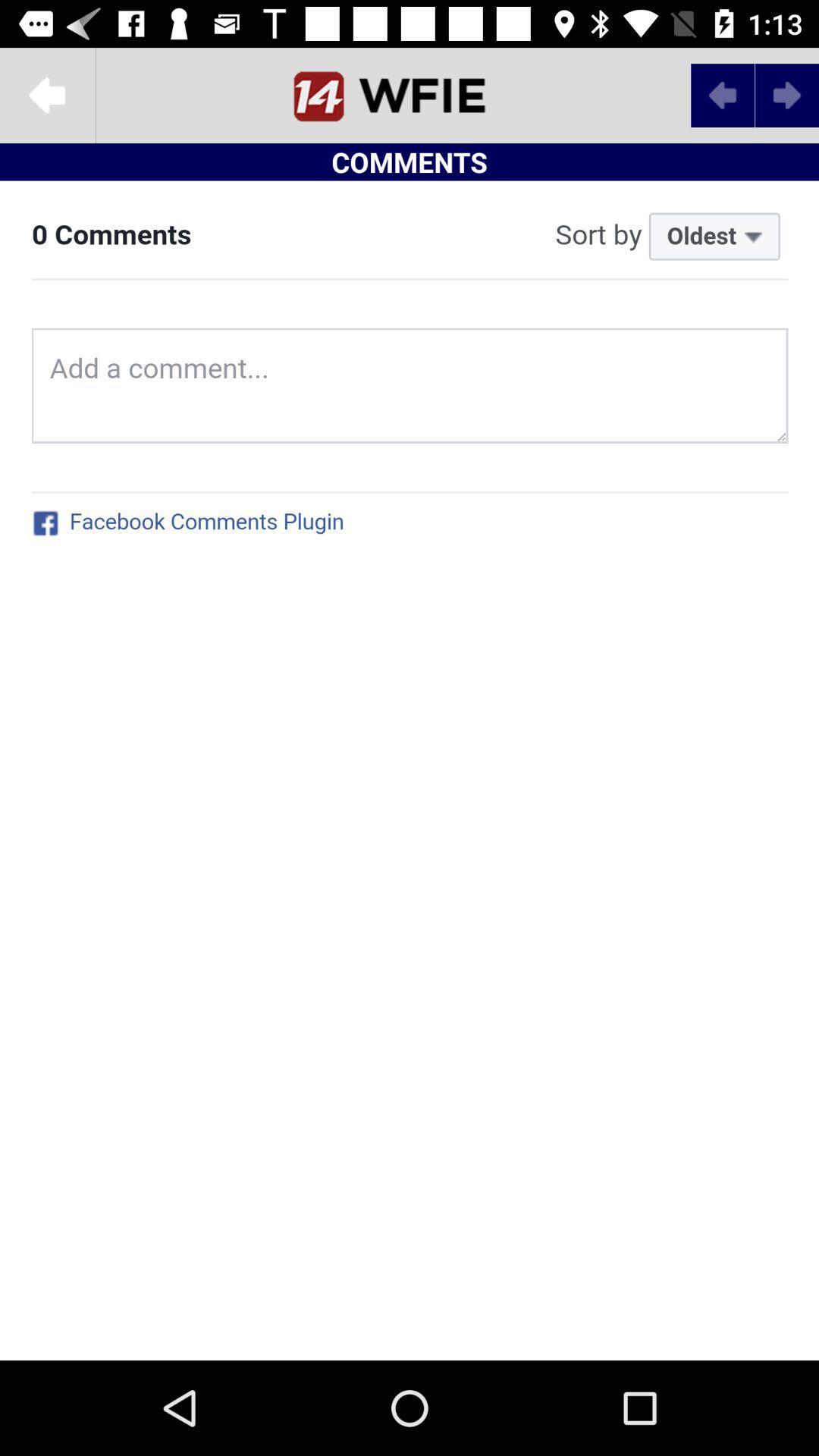 The image size is (819, 1456). Describe the element at coordinates (409, 94) in the screenshot. I see `go home` at that location.